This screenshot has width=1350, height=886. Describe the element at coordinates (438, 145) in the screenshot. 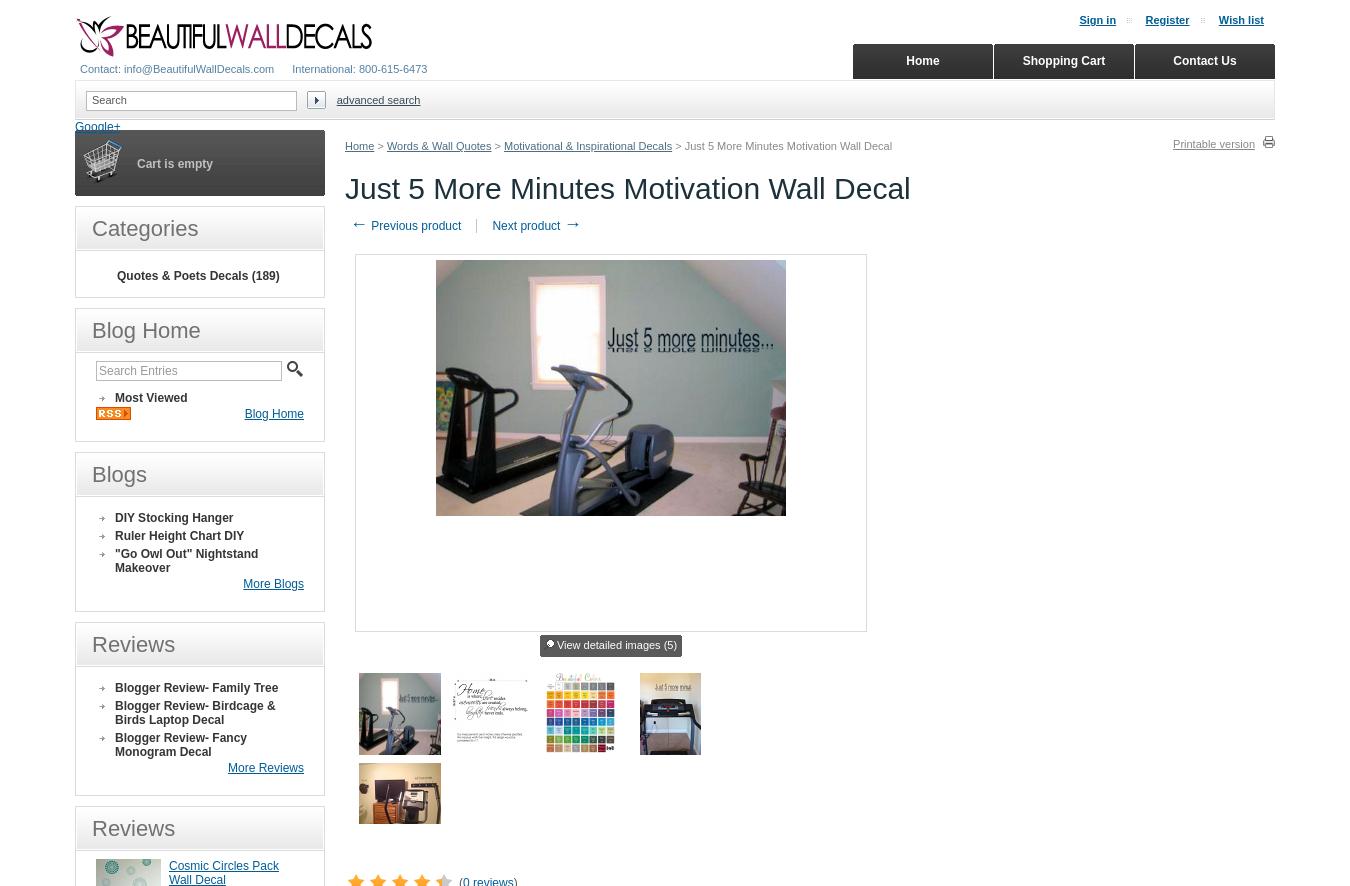

I see `'Words & Wall Quotes'` at that location.